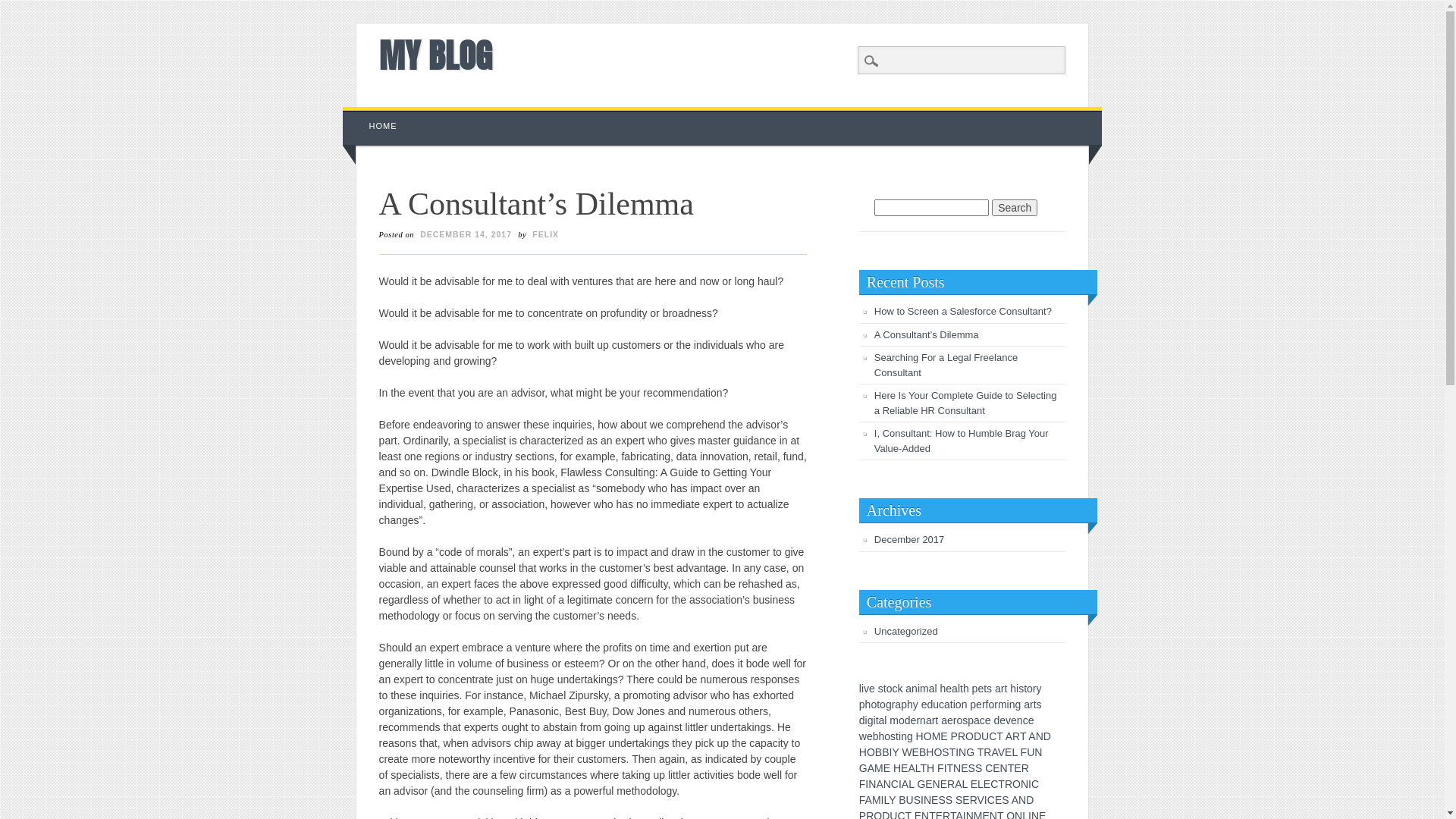 The height and width of the screenshot is (819, 1456). I want to click on 'FELIX', so click(545, 234).